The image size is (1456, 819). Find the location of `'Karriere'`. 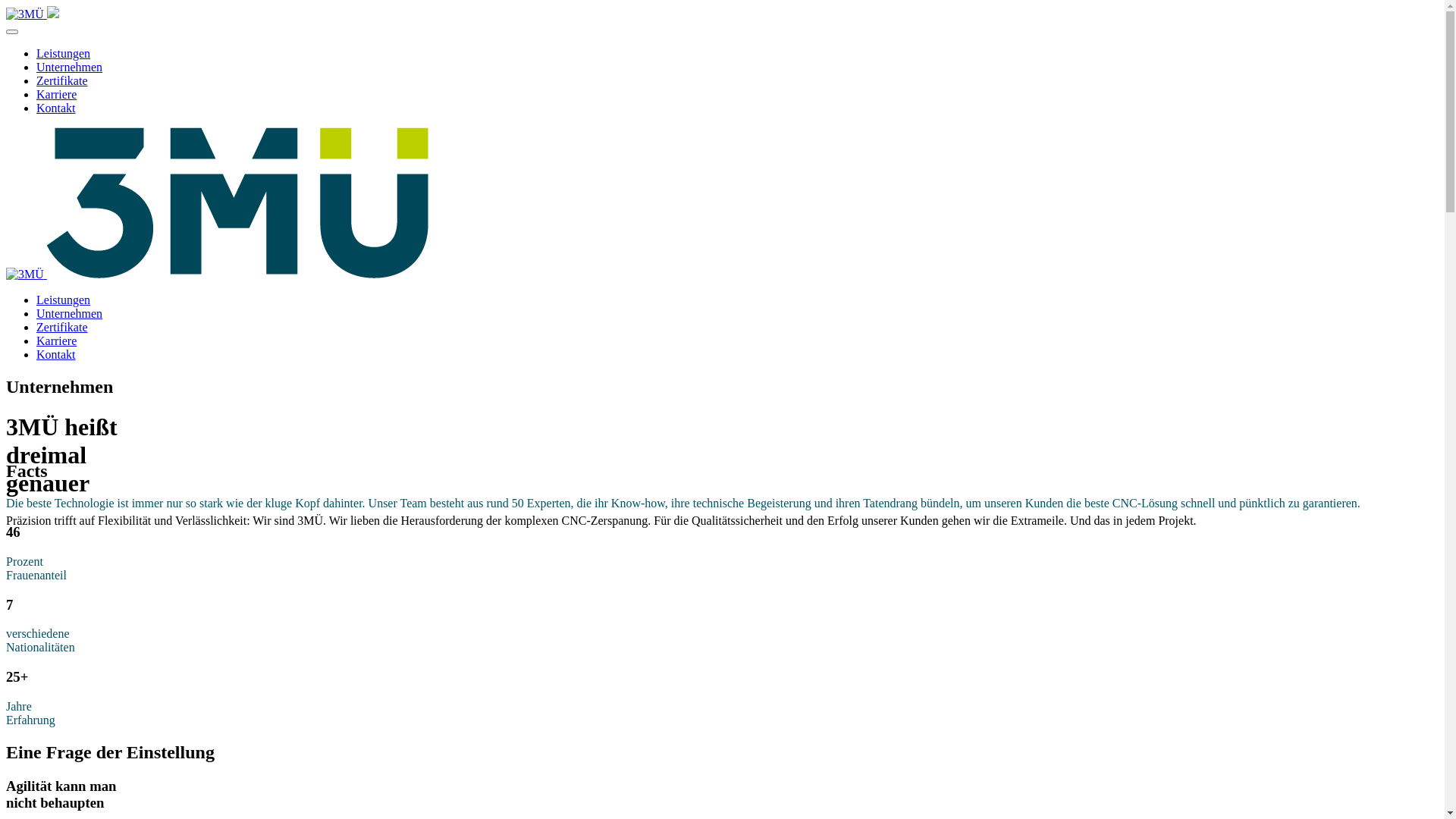

'Karriere' is located at coordinates (56, 94).